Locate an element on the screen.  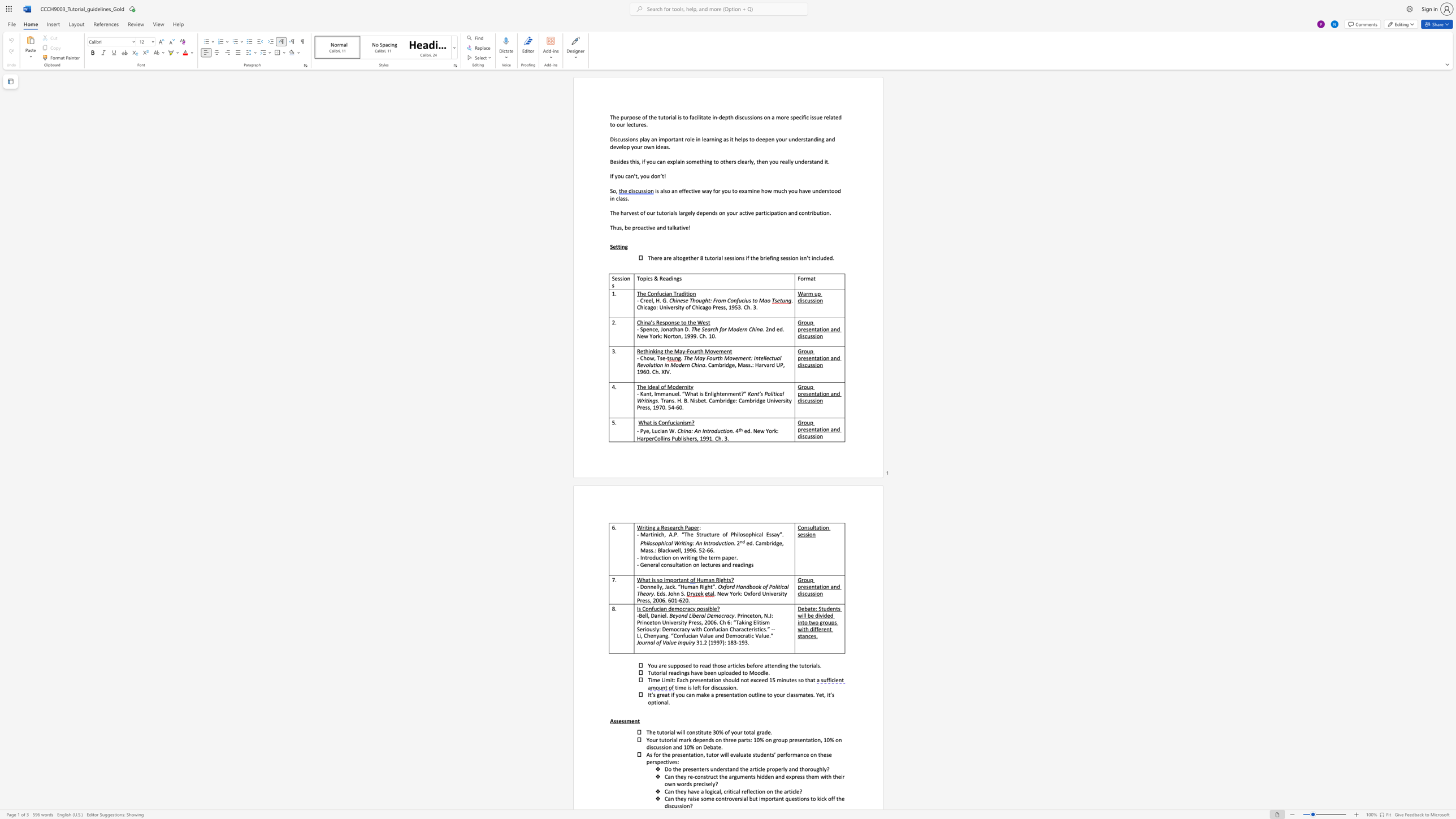
the subset text "on and discu" within the text "Group presentation and discussion" is located at coordinates (822, 587).